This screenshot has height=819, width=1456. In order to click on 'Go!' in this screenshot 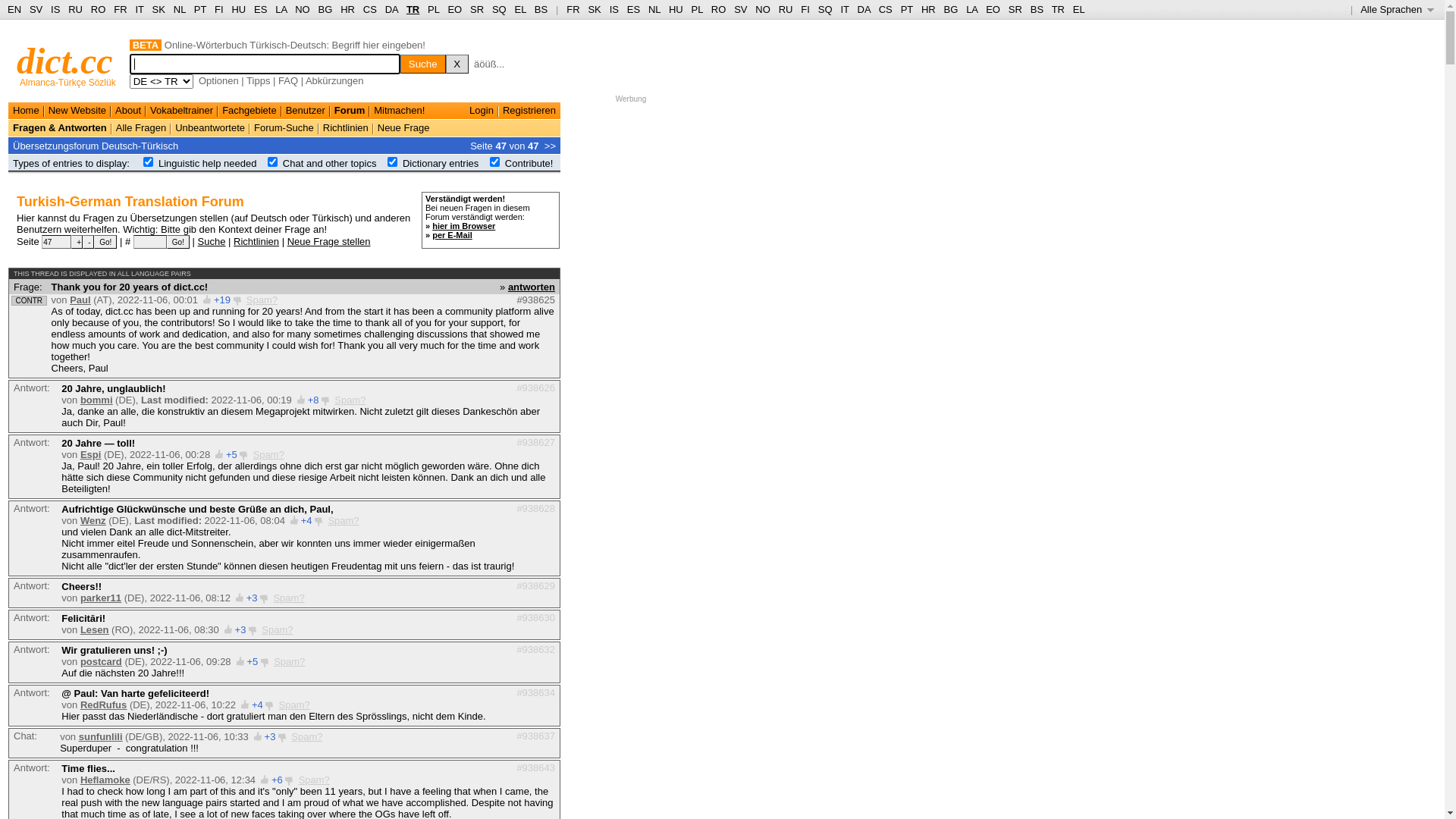, I will do `click(105, 241)`.